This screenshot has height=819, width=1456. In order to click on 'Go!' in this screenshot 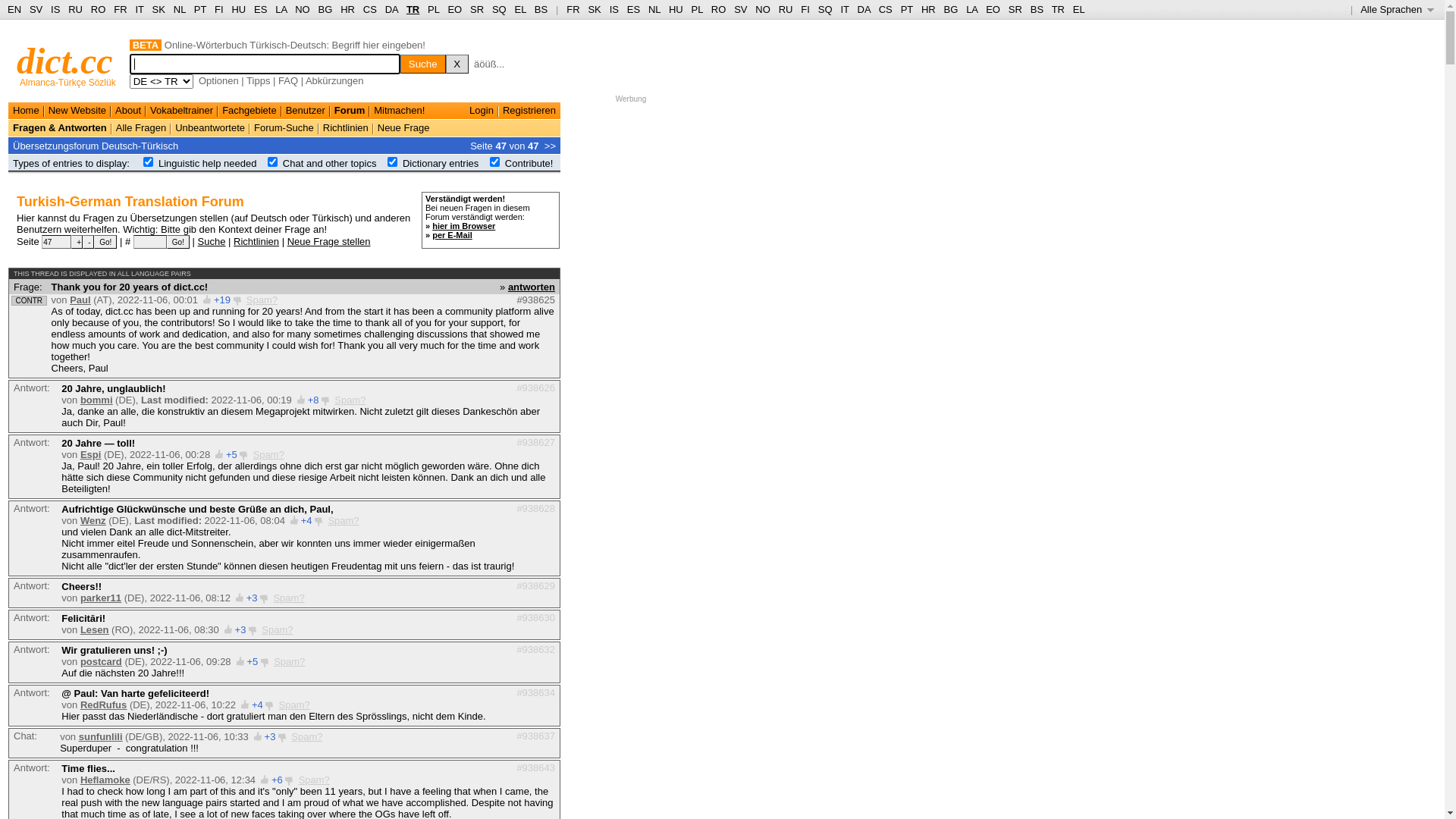, I will do `click(105, 241)`.